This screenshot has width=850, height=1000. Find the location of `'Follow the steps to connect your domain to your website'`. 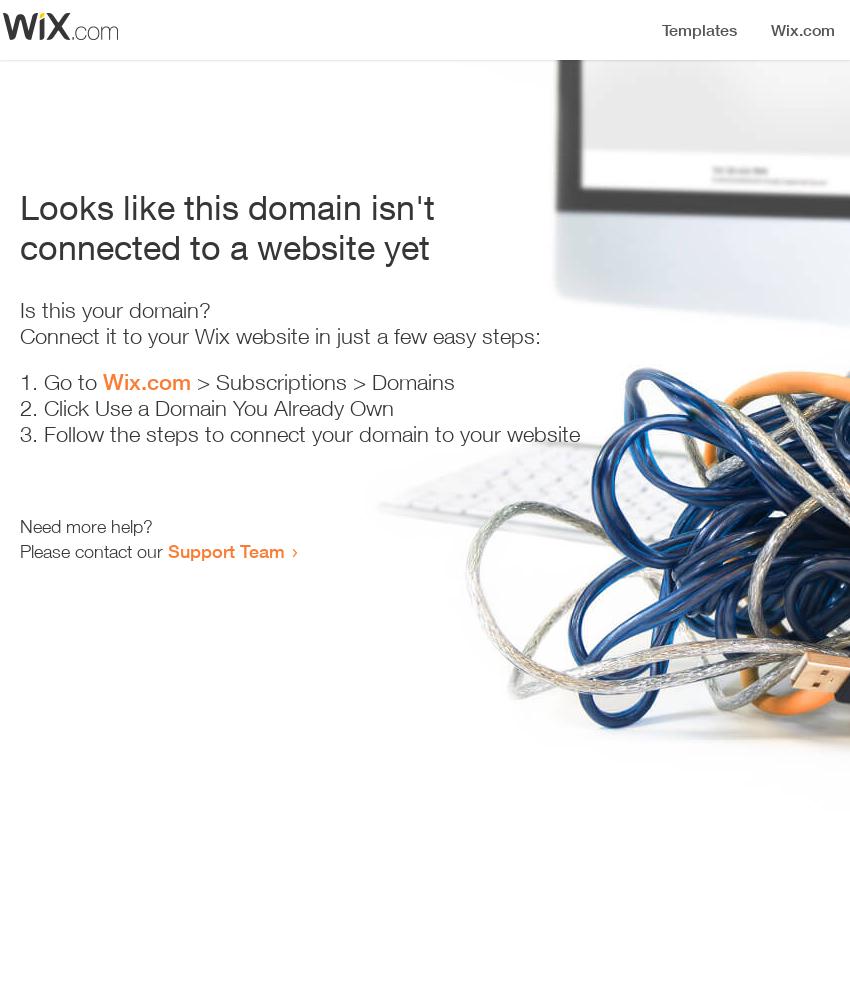

'Follow the steps to connect your domain to your website' is located at coordinates (312, 434).